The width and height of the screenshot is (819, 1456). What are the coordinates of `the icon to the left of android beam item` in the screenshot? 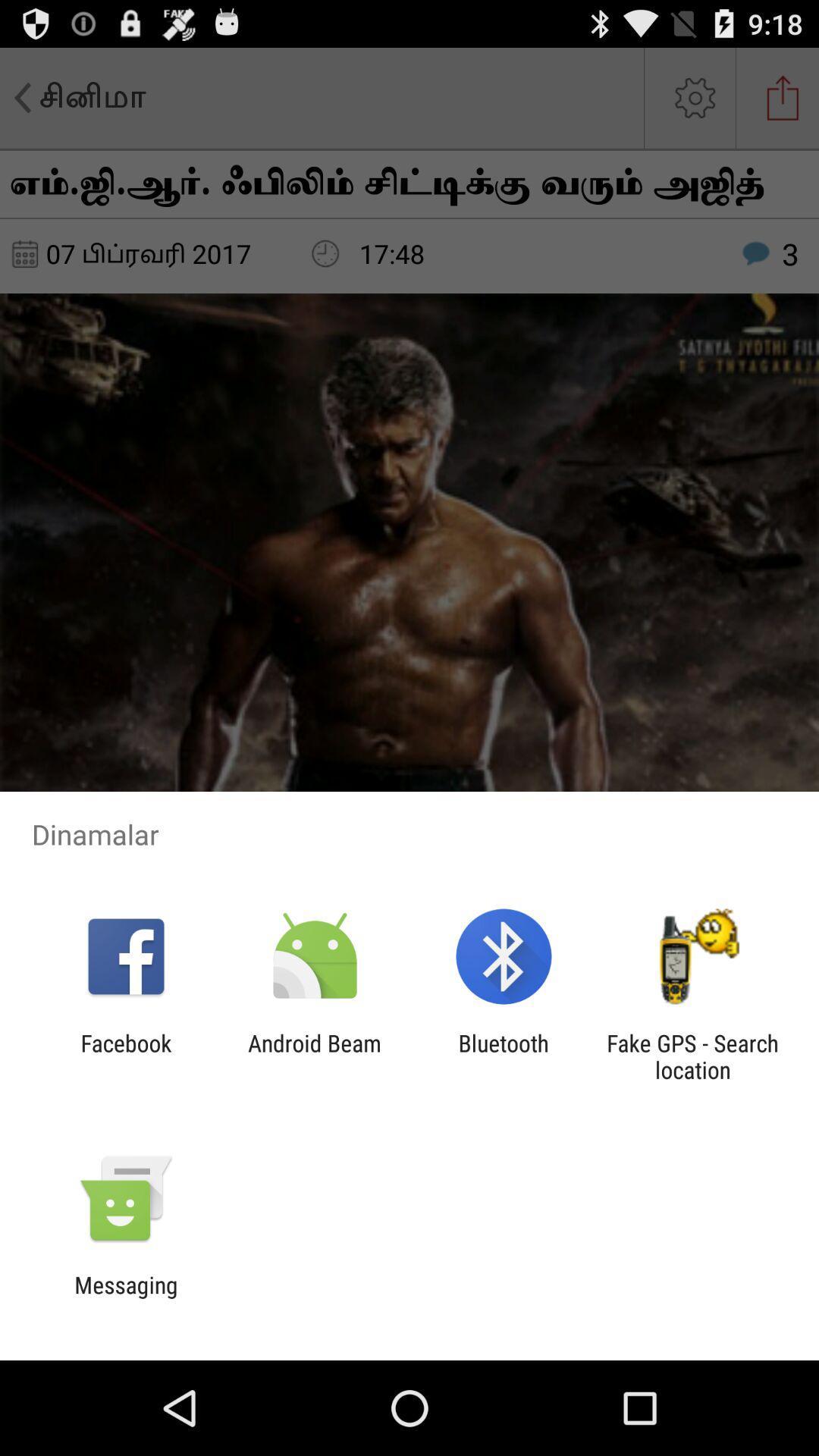 It's located at (125, 1056).